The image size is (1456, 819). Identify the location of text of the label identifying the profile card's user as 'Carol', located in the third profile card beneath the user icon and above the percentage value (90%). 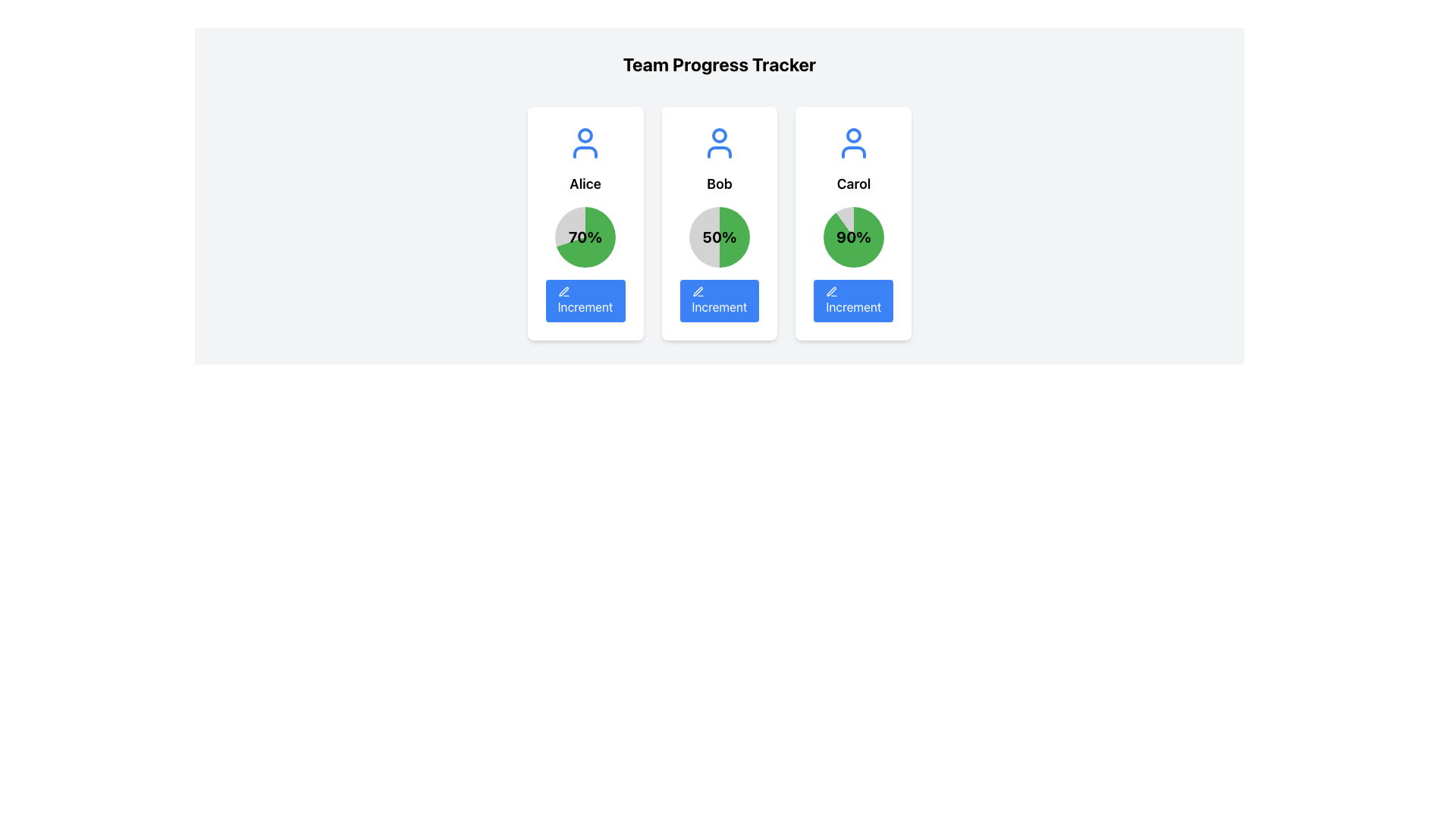
(853, 184).